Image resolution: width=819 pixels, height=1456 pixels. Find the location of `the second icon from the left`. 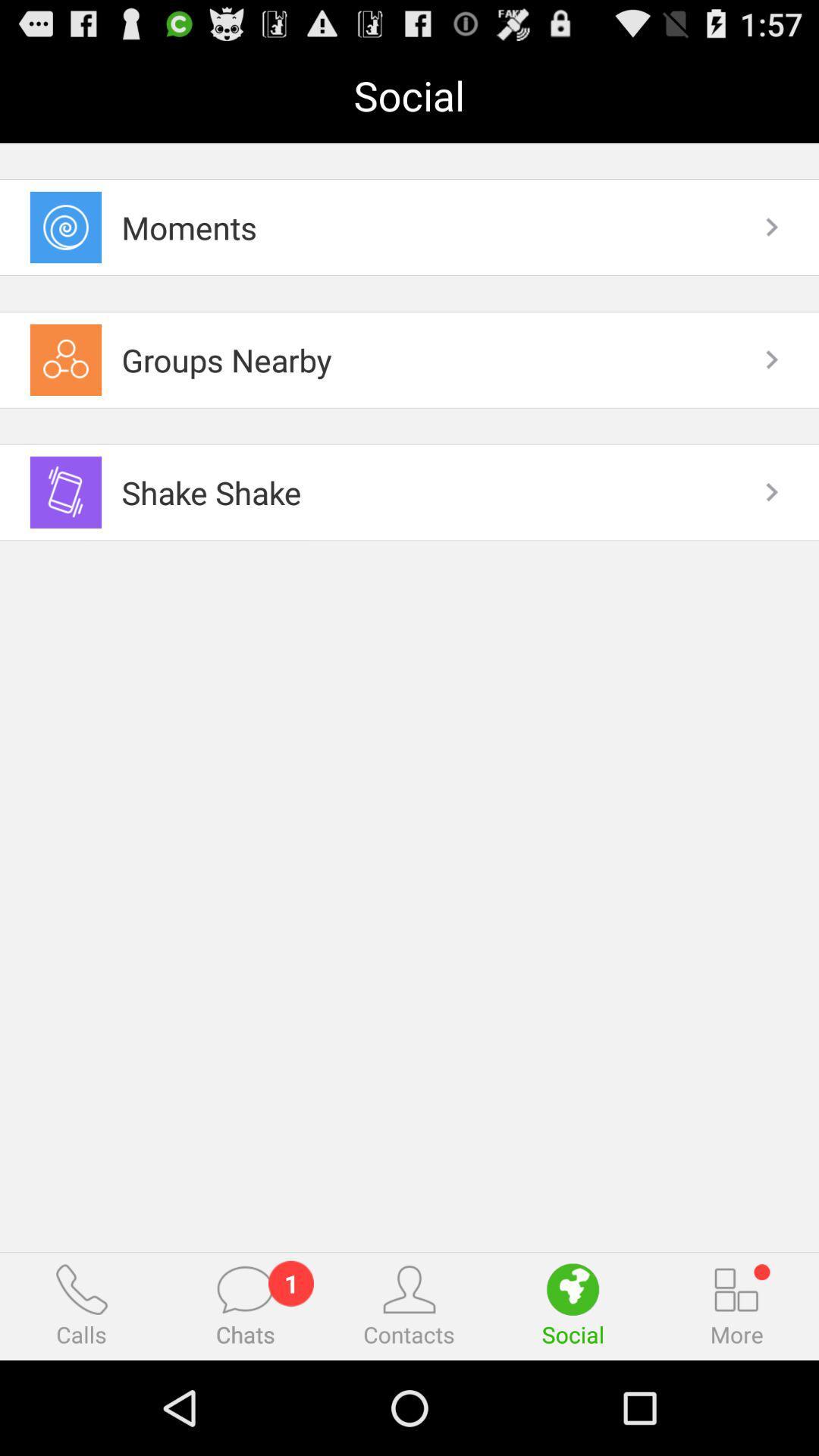

the second icon from the left is located at coordinates (244, 1288).